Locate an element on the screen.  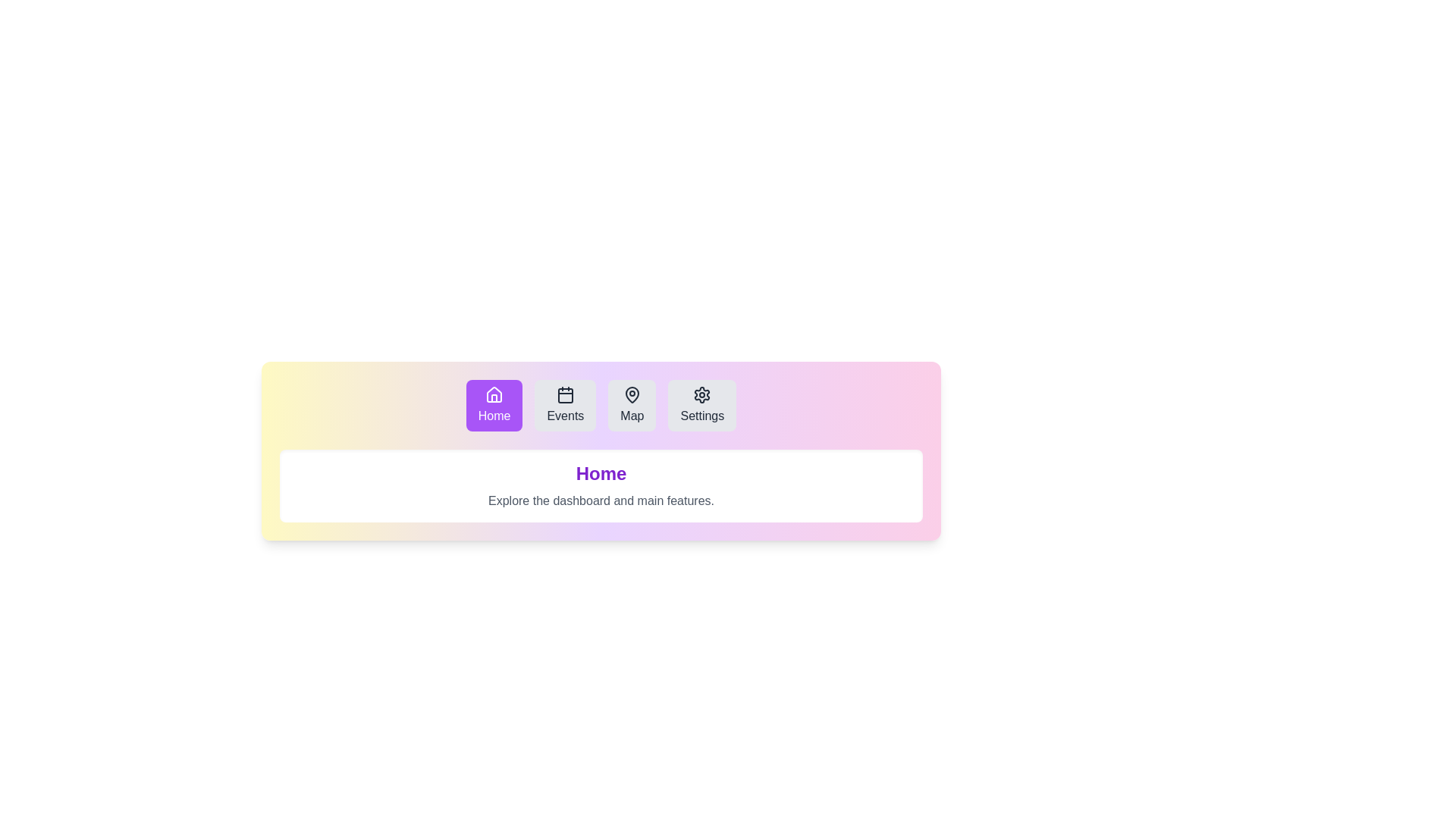
the Settings tab to observe its hover effect is located at coordinates (701, 405).